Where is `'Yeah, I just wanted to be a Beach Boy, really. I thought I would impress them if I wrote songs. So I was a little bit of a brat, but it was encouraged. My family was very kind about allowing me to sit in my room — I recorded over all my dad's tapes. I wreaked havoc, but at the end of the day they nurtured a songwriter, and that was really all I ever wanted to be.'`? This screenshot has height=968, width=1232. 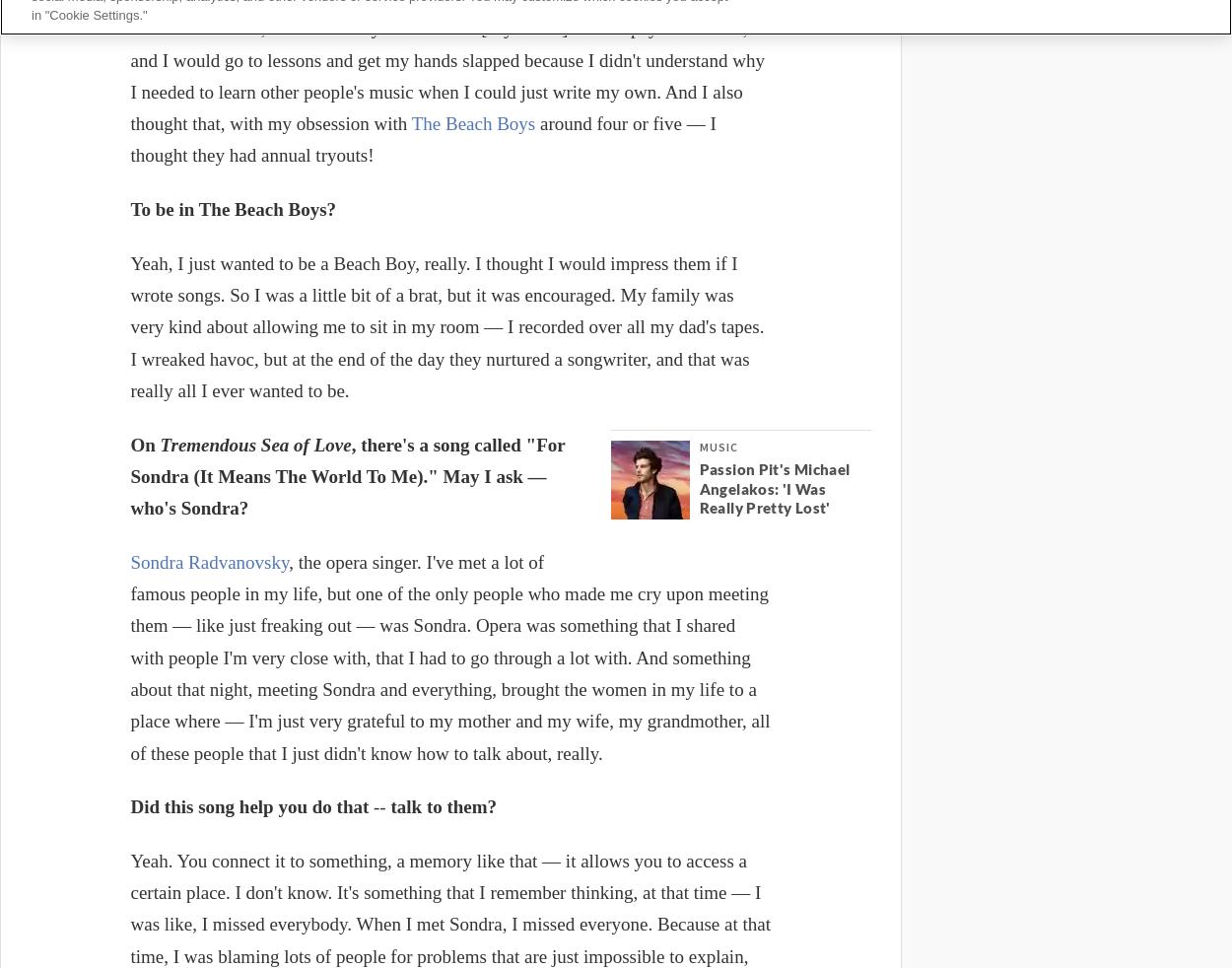 'Yeah, I just wanted to be a Beach Boy, really. I thought I would impress them if I wrote songs. So I was a little bit of a brat, but it was encouraged. My family was very kind about allowing me to sit in my room — I recorded over all my dad's tapes. I wreaked havoc, but at the end of the day they nurtured a songwriter, and that was really all I ever wanted to be.' is located at coordinates (130, 326).